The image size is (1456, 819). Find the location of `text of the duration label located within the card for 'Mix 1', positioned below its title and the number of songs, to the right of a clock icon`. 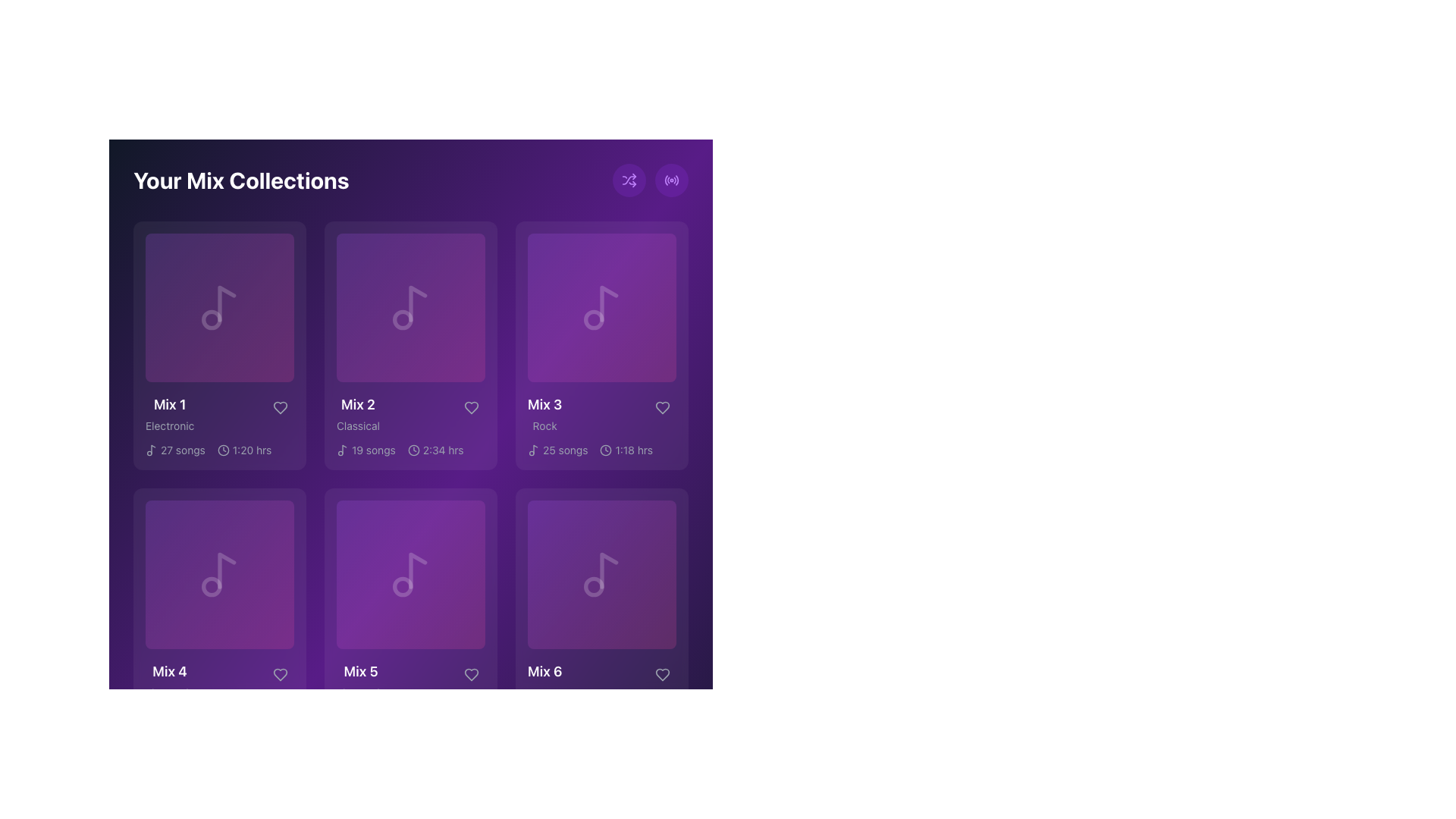

text of the duration label located within the card for 'Mix 1', positioned below its title and the number of songs, to the right of a clock icon is located at coordinates (252, 450).